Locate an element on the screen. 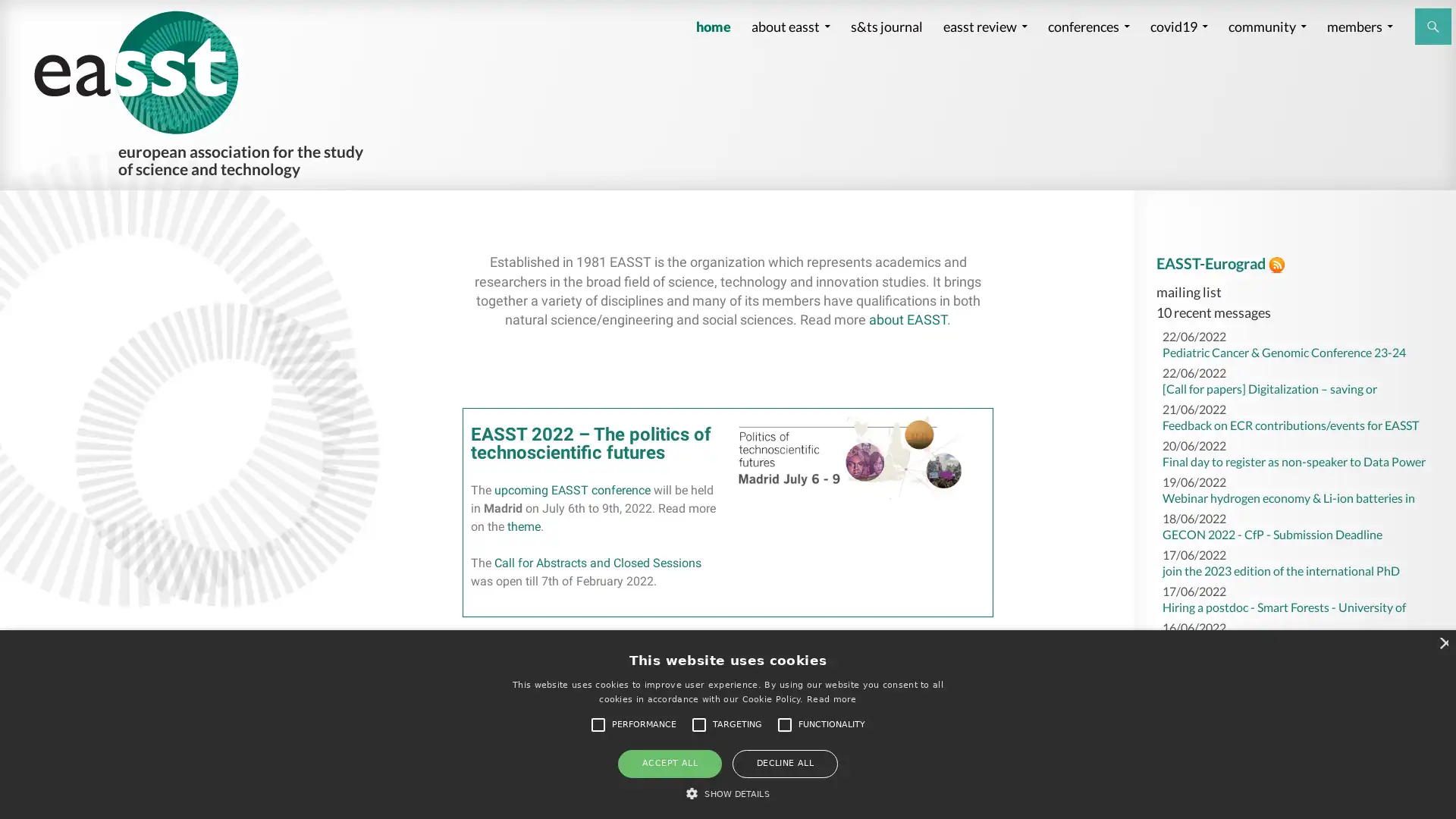  SHOW DETAILS is located at coordinates (726, 792).